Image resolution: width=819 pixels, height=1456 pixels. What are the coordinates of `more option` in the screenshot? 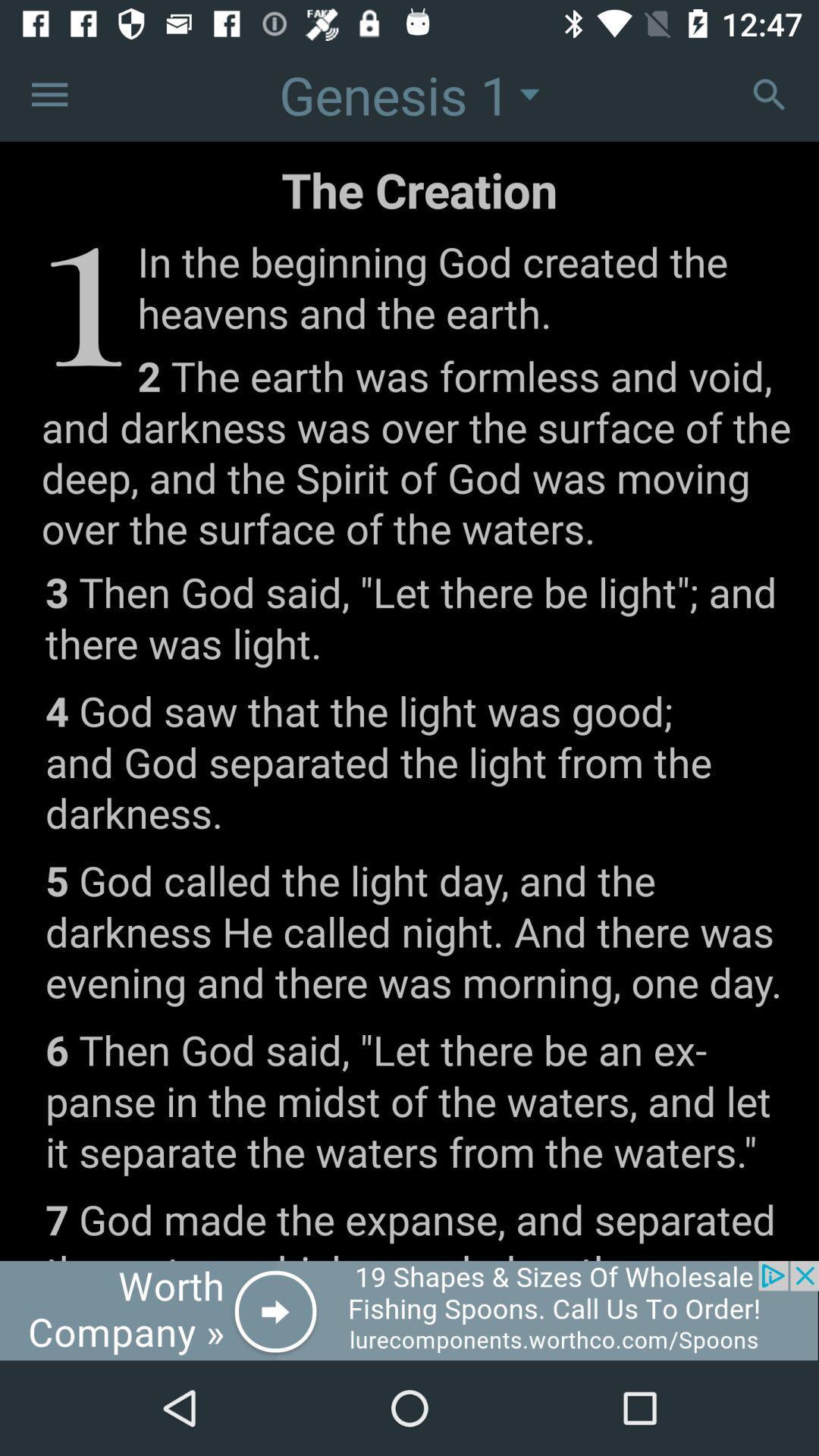 It's located at (49, 93).